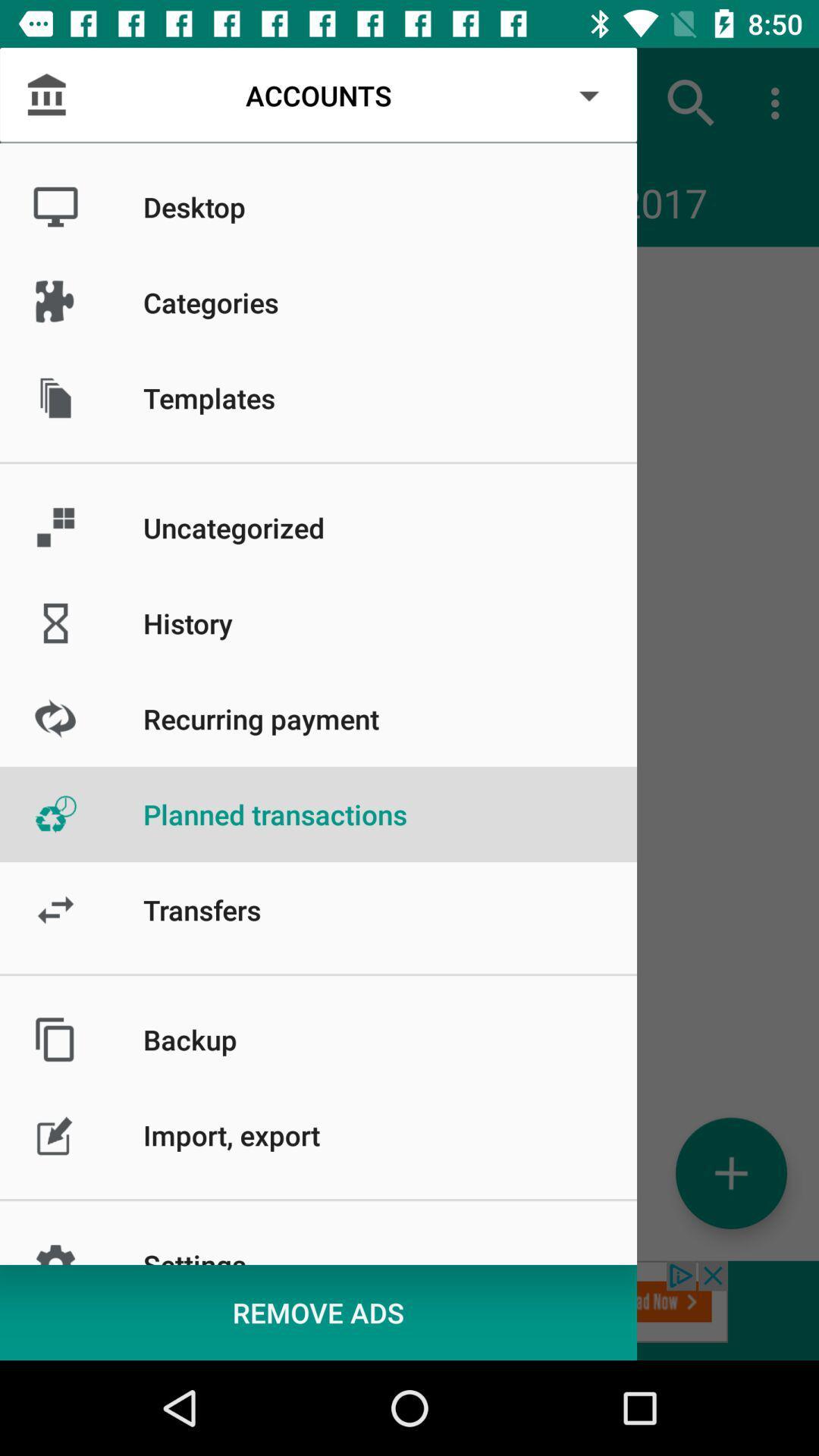  Describe the element at coordinates (730, 1172) in the screenshot. I see `the item at the bottom right corner` at that location.